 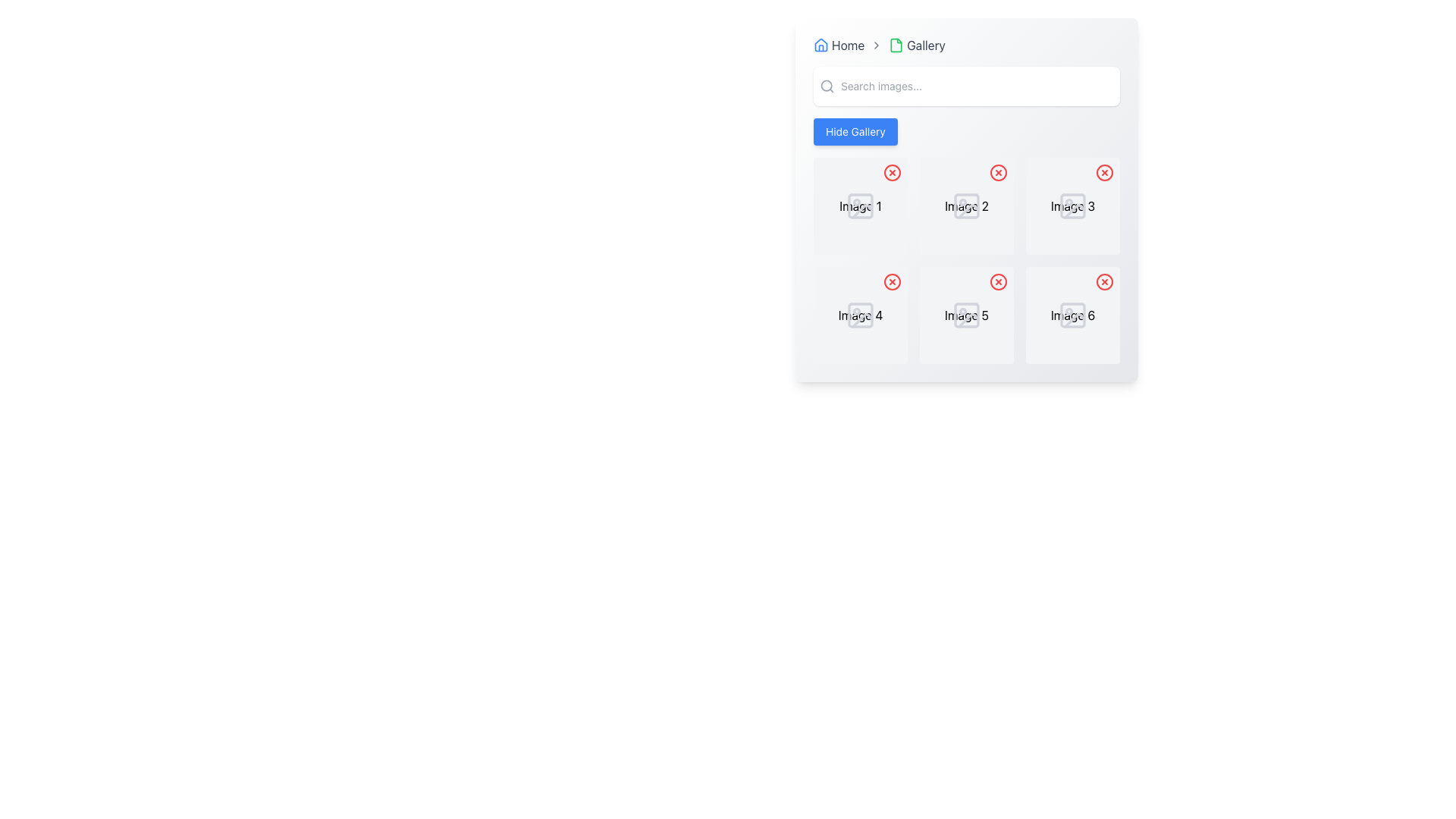 What do you see at coordinates (821, 43) in the screenshot?
I see `the house-shaped icon in the navigation header bar` at bounding box center [821, 43].